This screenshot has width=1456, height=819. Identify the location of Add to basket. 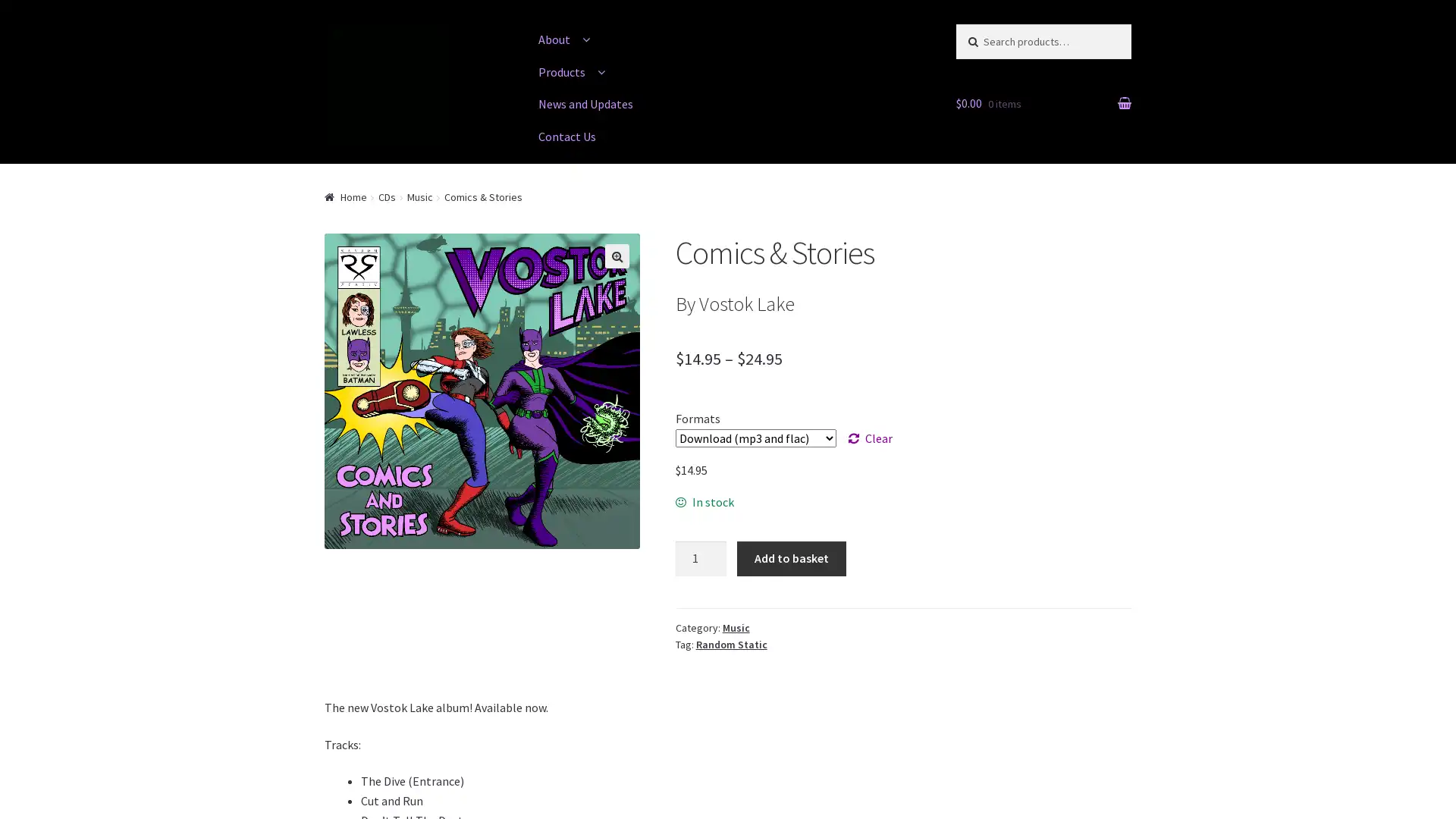
(790, 558).